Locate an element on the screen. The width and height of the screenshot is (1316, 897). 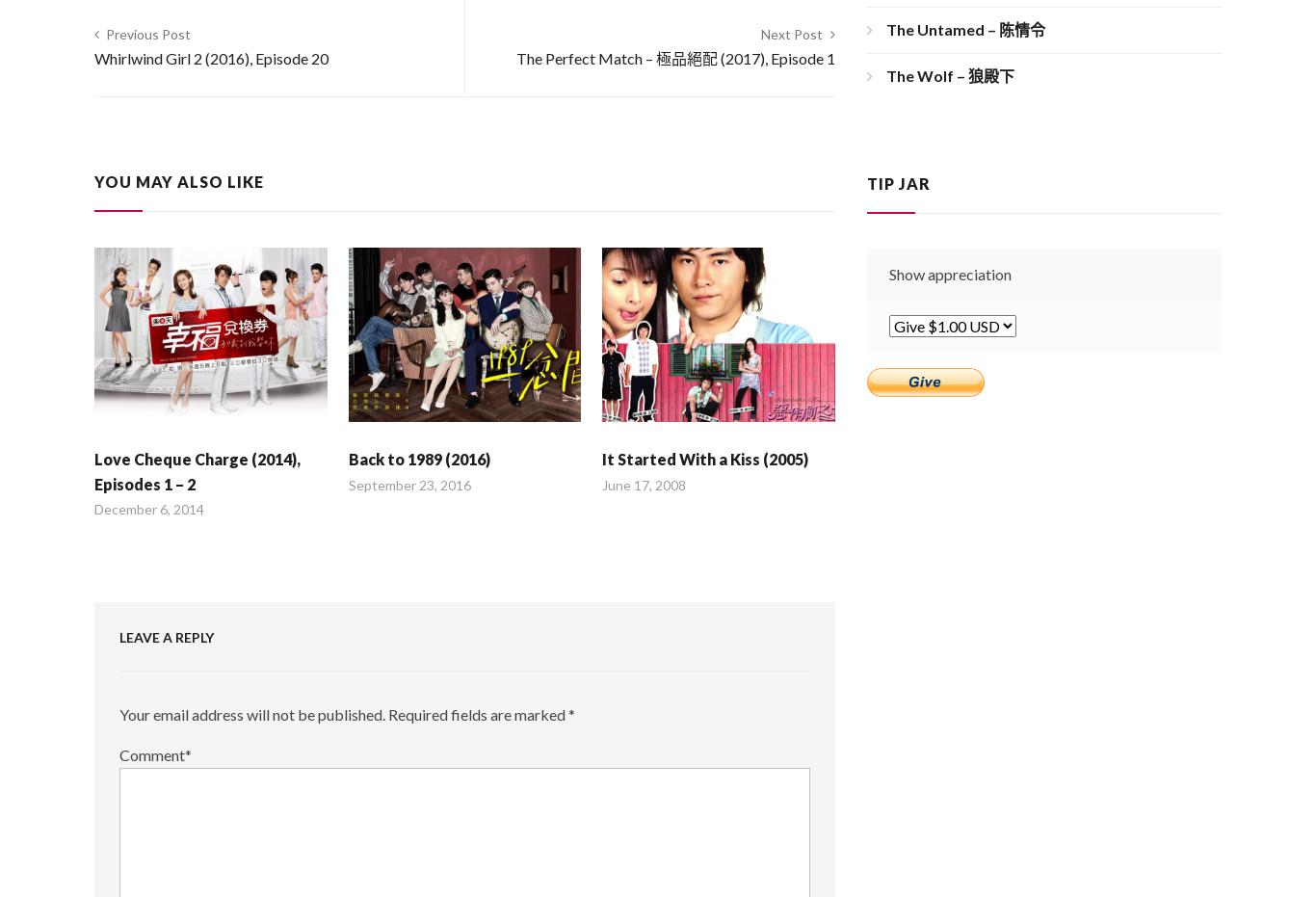
'You may also like' is located at coordinates (178, 180).